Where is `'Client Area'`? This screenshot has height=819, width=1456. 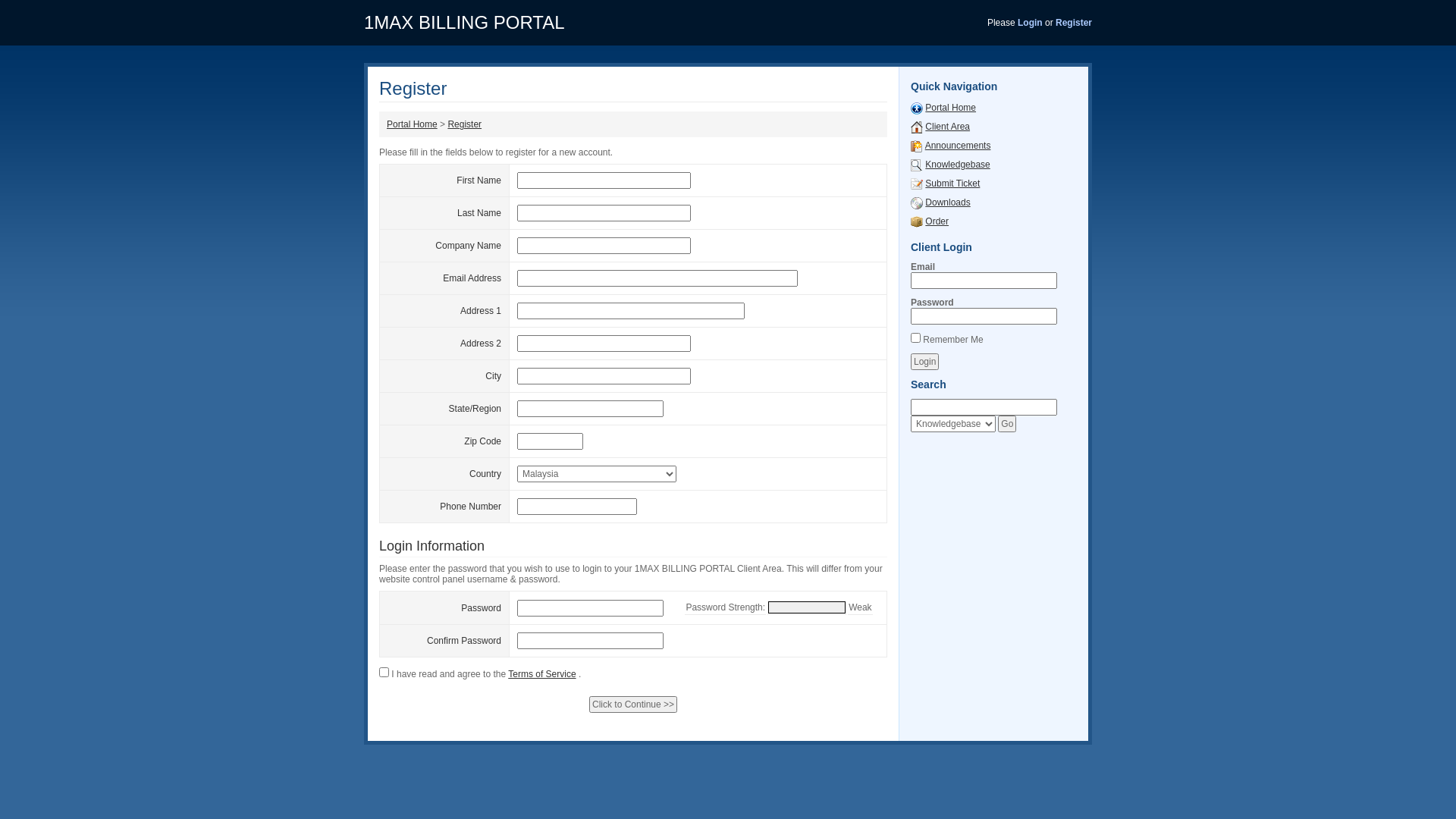
'Client Area' is located at coordinates (946, 125).